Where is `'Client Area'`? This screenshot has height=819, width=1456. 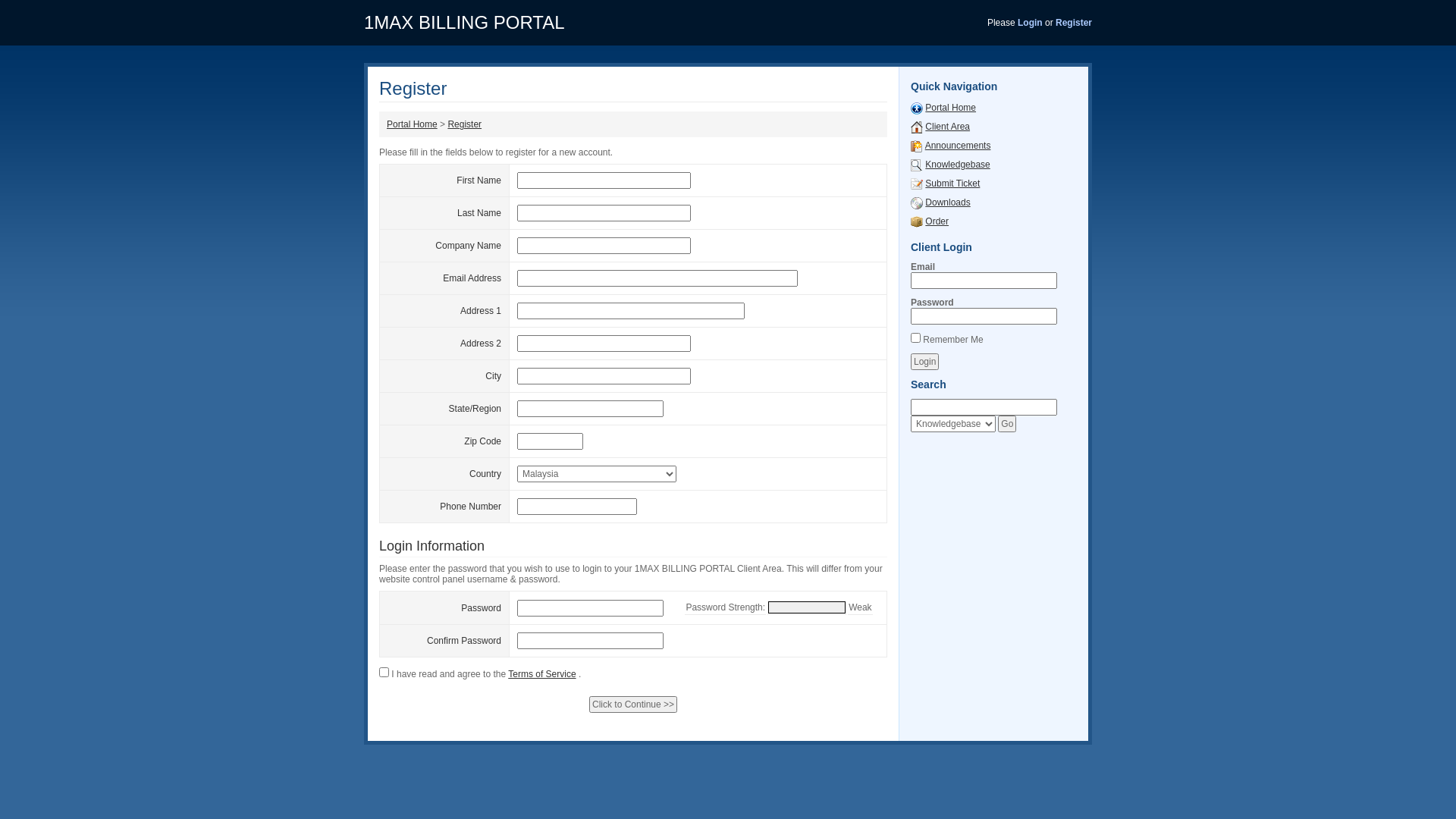
'Client Area' is located at coordinates (946, 125).